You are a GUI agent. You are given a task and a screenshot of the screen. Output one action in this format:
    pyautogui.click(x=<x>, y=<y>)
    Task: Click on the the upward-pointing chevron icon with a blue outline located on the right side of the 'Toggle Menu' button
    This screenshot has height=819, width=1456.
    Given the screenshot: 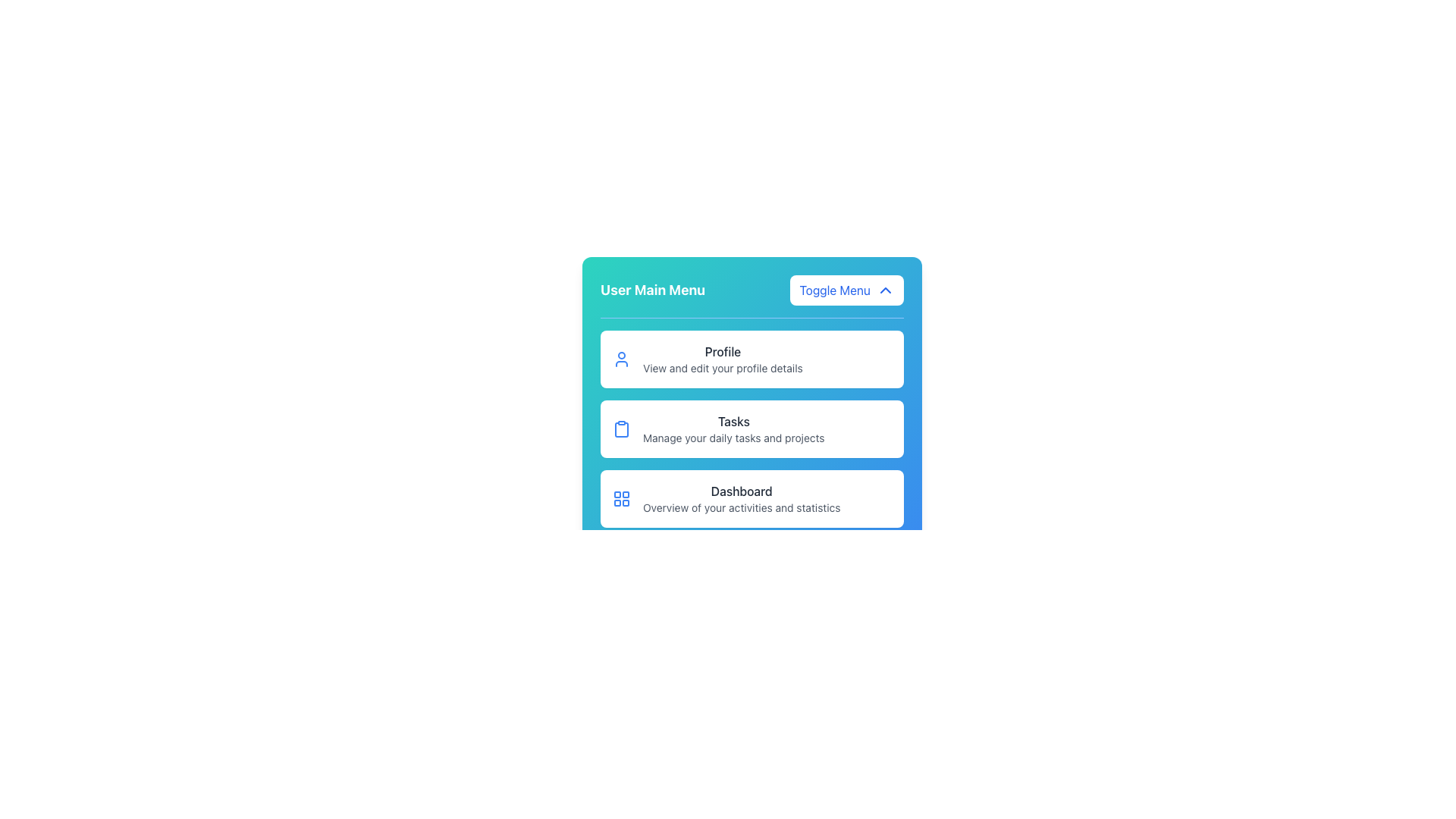 What is the action you would take?
    pyautogui.click(x=885, y=290)
    